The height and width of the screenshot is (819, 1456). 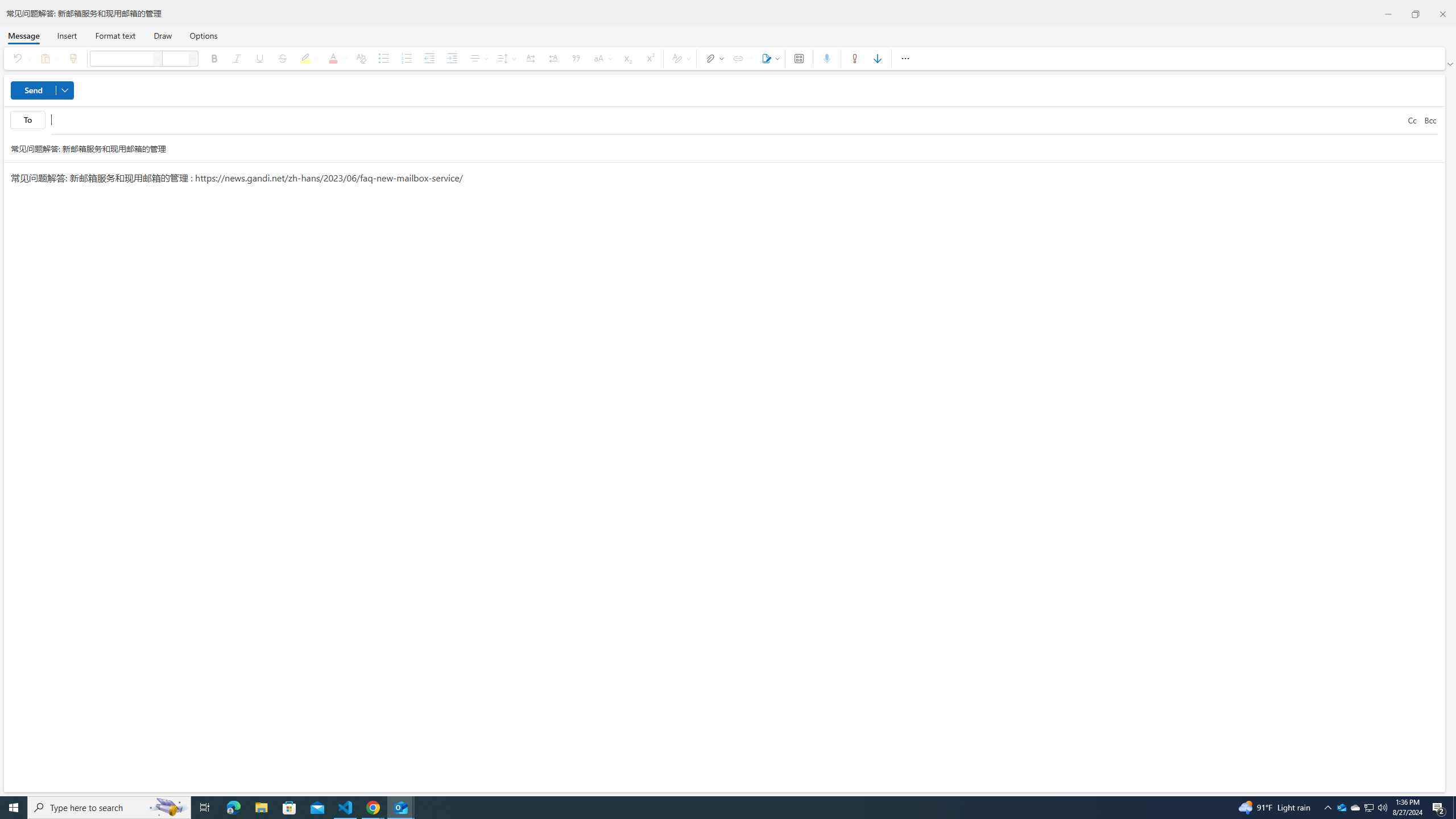 What do you see at coordinates (27, 119) in the screenshot?
I see `'To'` at bounding box center [27, 119].